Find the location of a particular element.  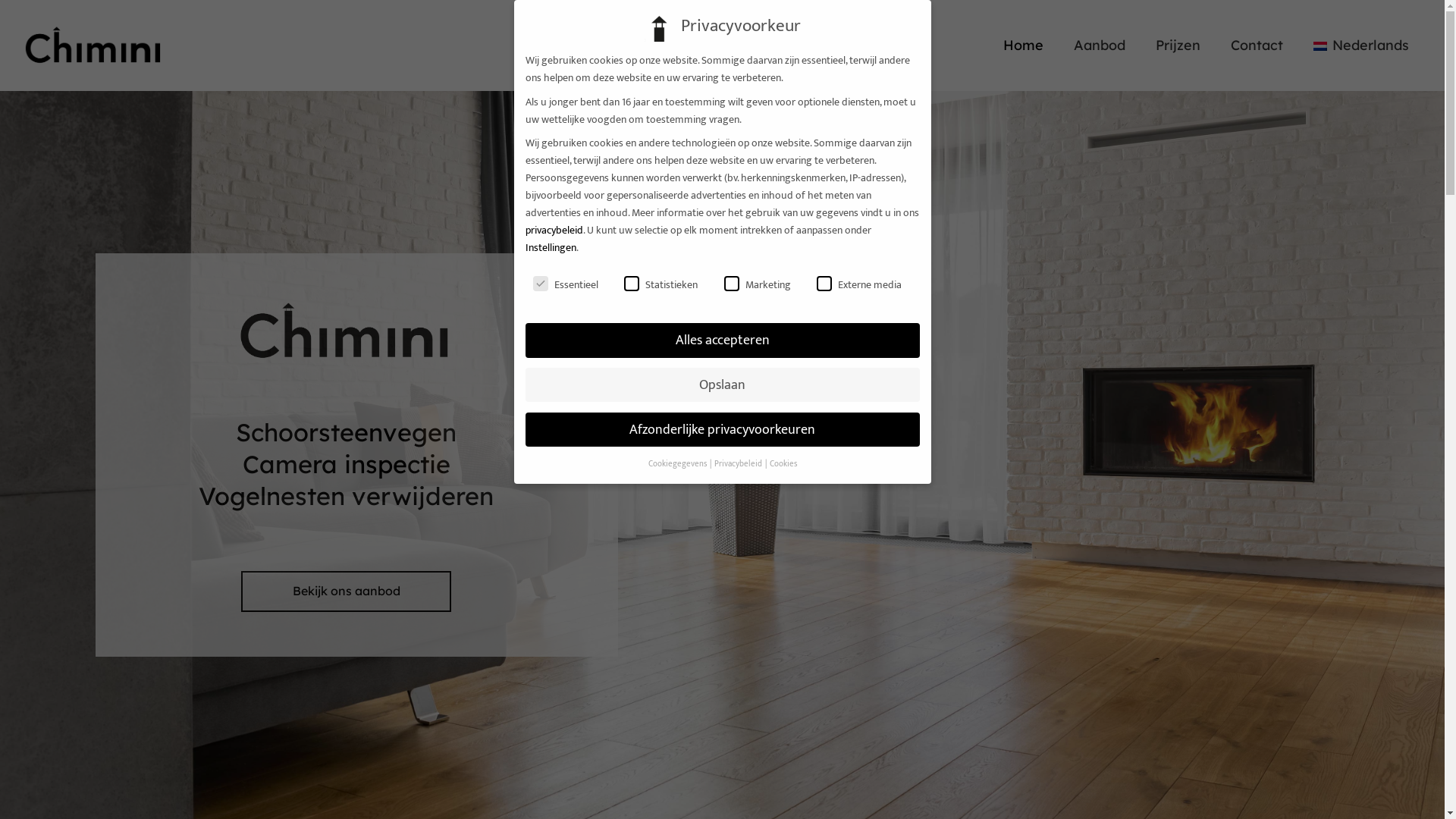

'Bekijk ons aanbod' is located at coordinates (345, 590).